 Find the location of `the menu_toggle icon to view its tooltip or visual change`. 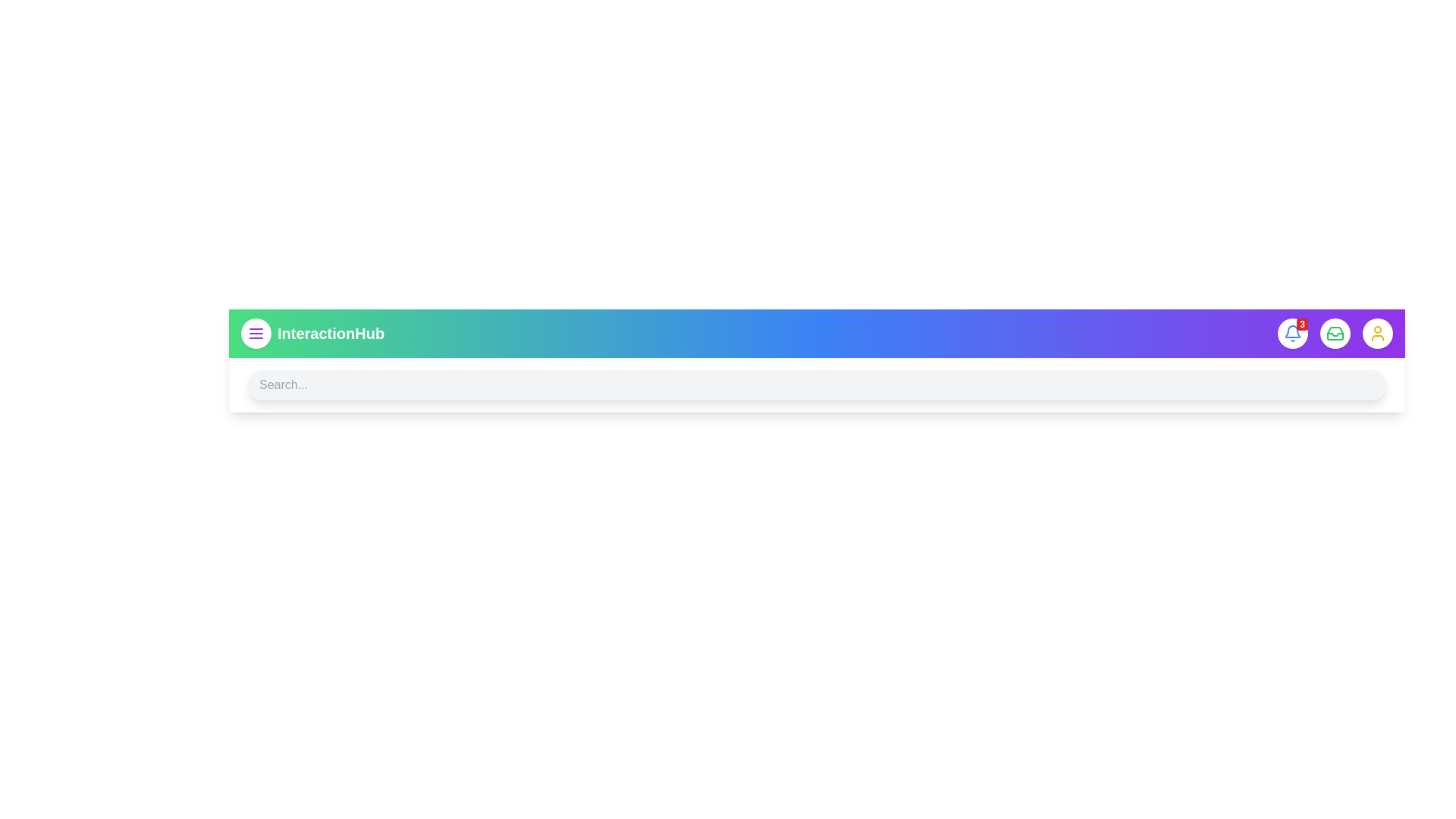

the menu_toggle icon to view its tooltip or visual change is located at coordinates (256, 332).